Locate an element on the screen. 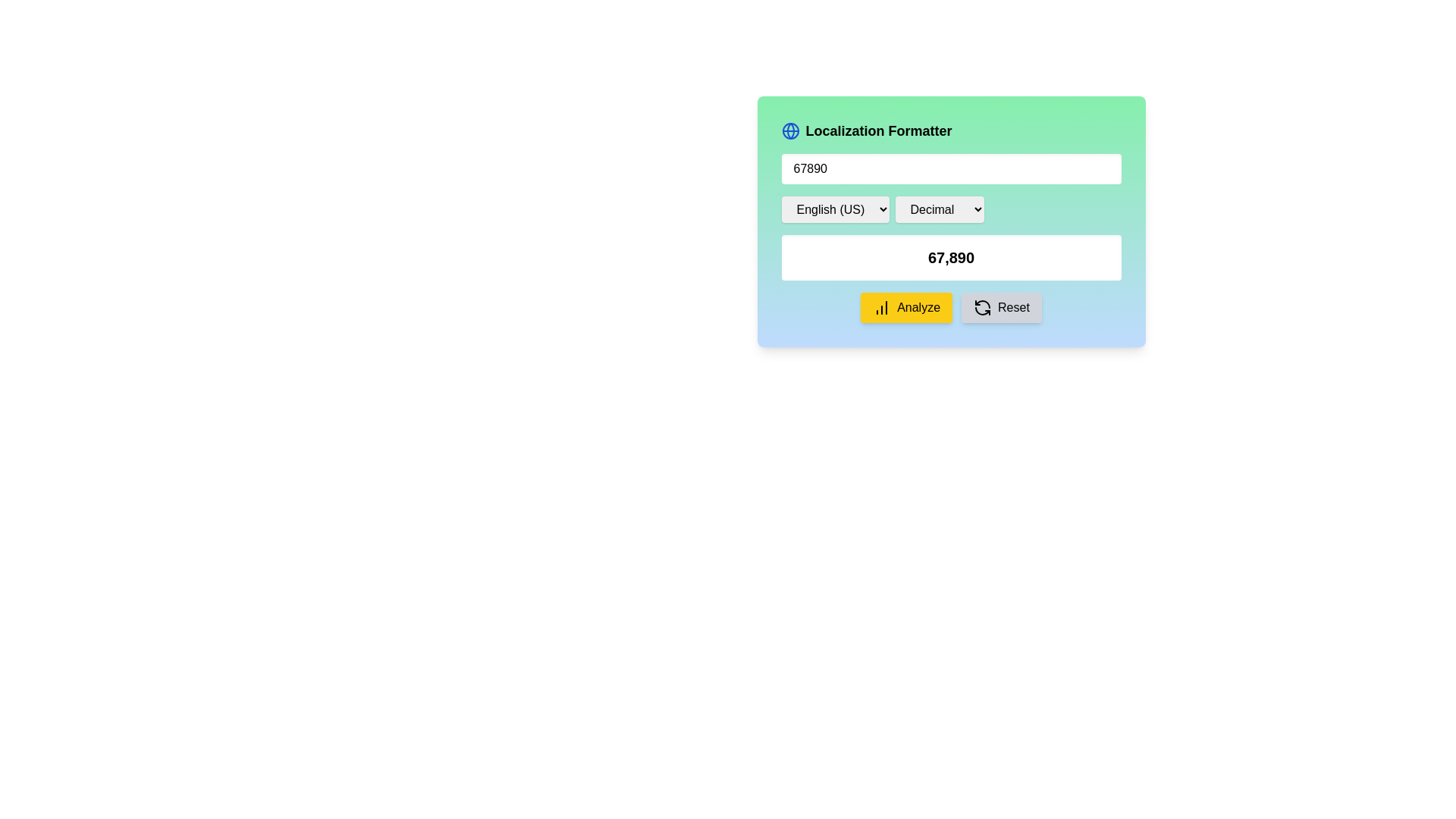 The height and width of the screenshot is (819, 1456). the SVG Circle with a blue outline located in the top-left corner of the form interface, adjacent to the title 'Localization Formatter' is located at coordinates (789, 130).